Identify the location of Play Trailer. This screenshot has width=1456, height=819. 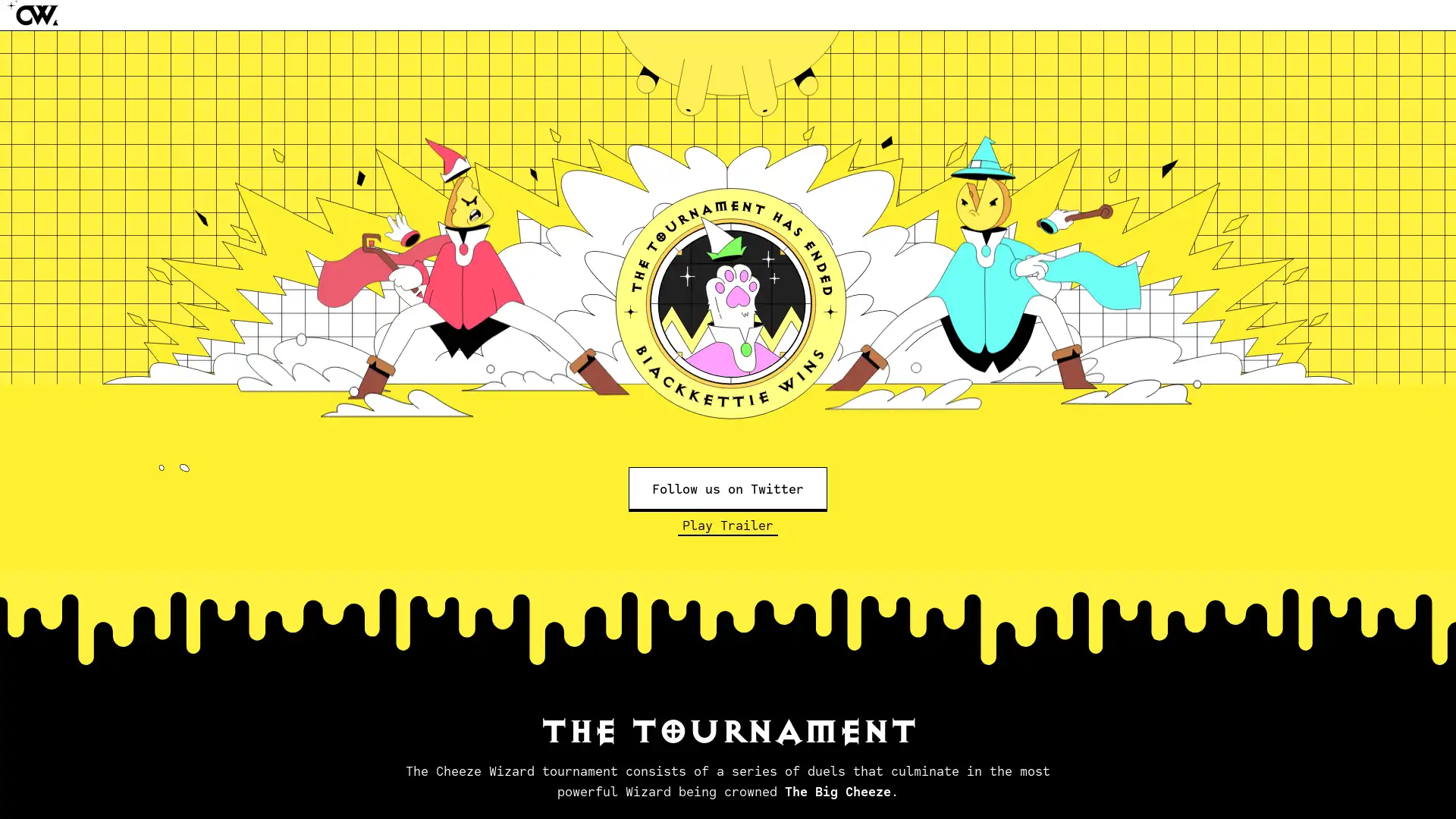
(728, 526).